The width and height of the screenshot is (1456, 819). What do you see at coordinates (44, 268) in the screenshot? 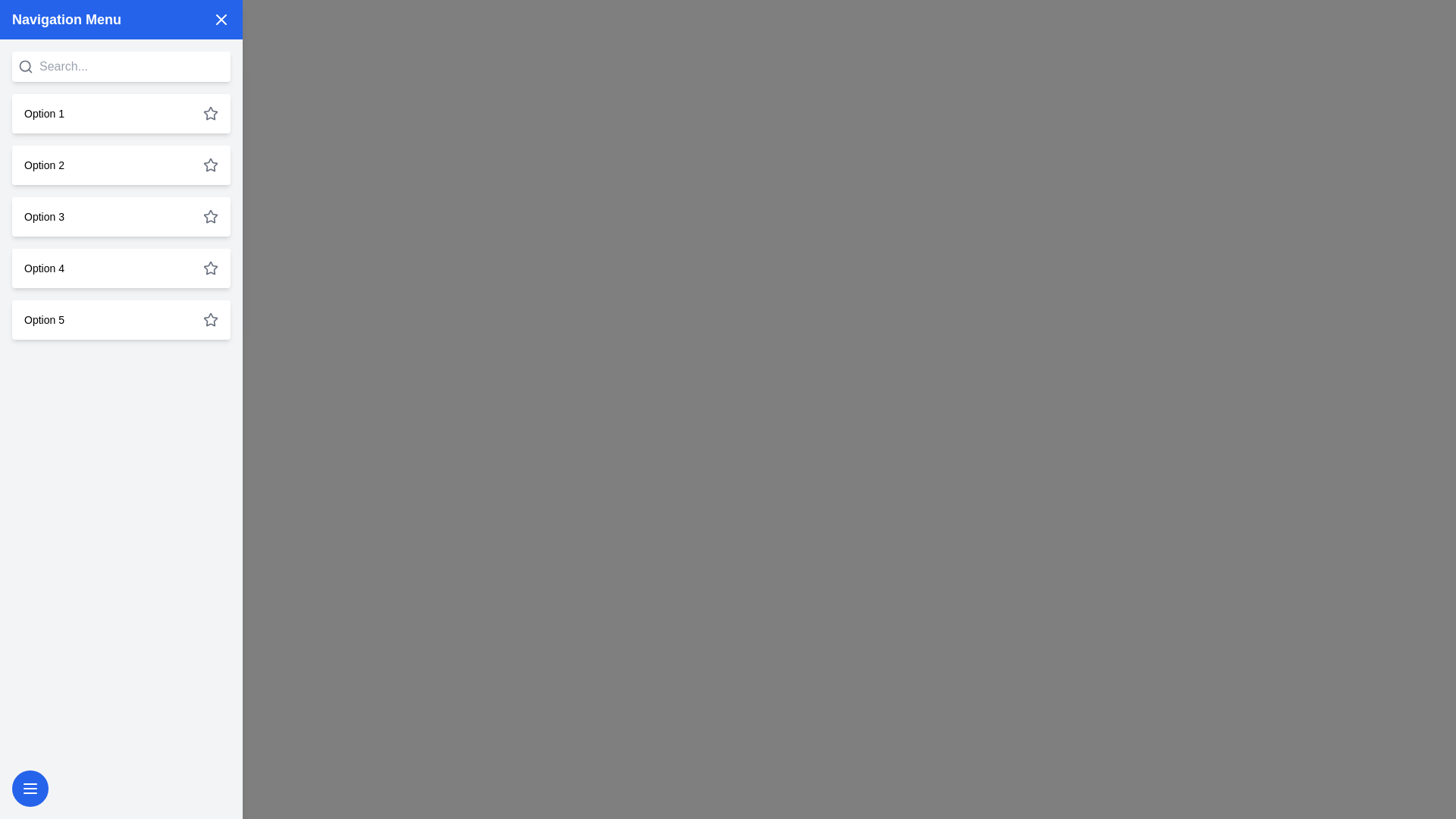
I see `the fourth entry in the navigation menu located in the sidebar, which is below 'Option 3' and above 'Option 5'` at bounding box center [44, 268].